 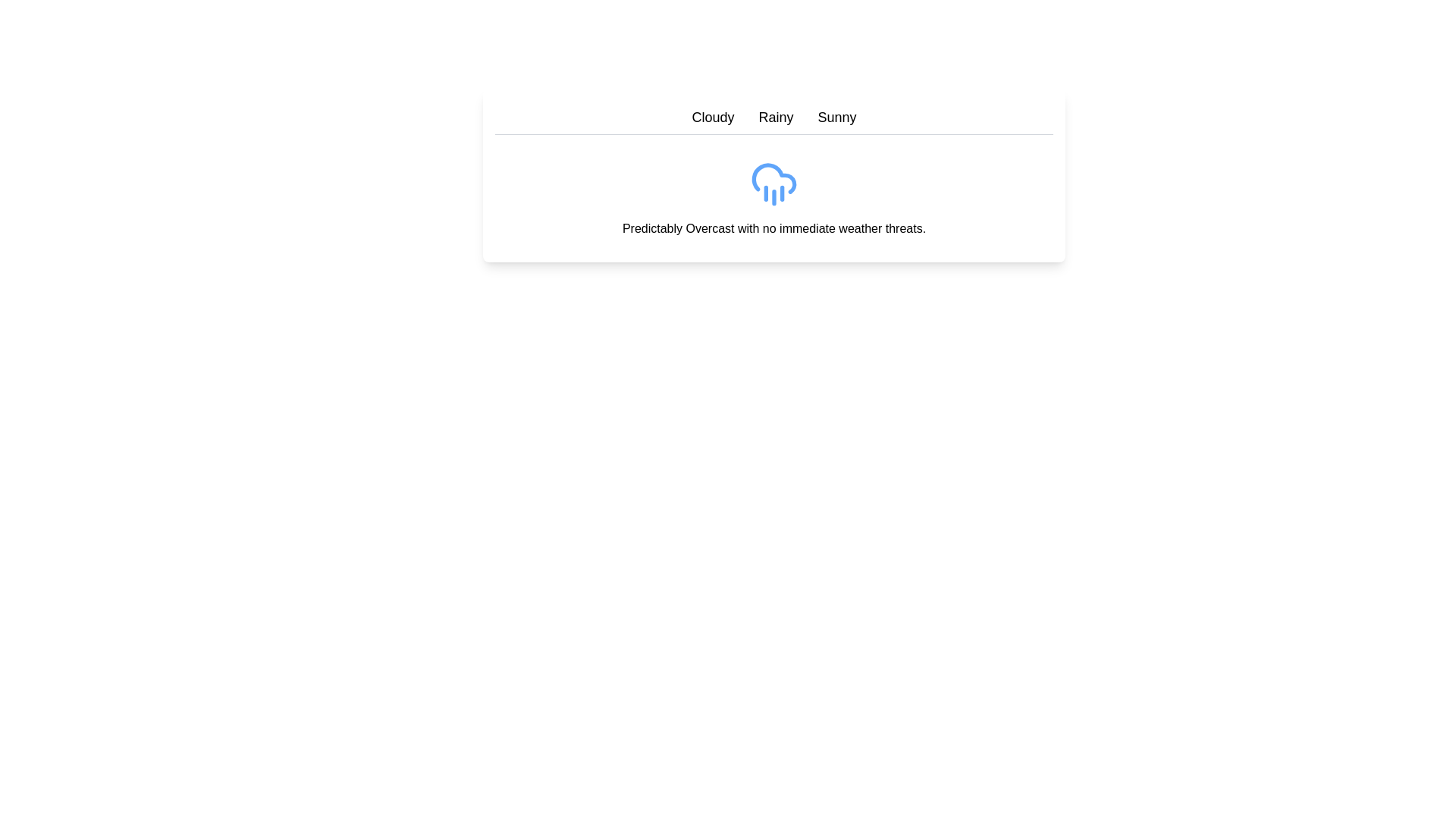 I want to click on the 'Rainy' text button, so click(x=776, y=116).